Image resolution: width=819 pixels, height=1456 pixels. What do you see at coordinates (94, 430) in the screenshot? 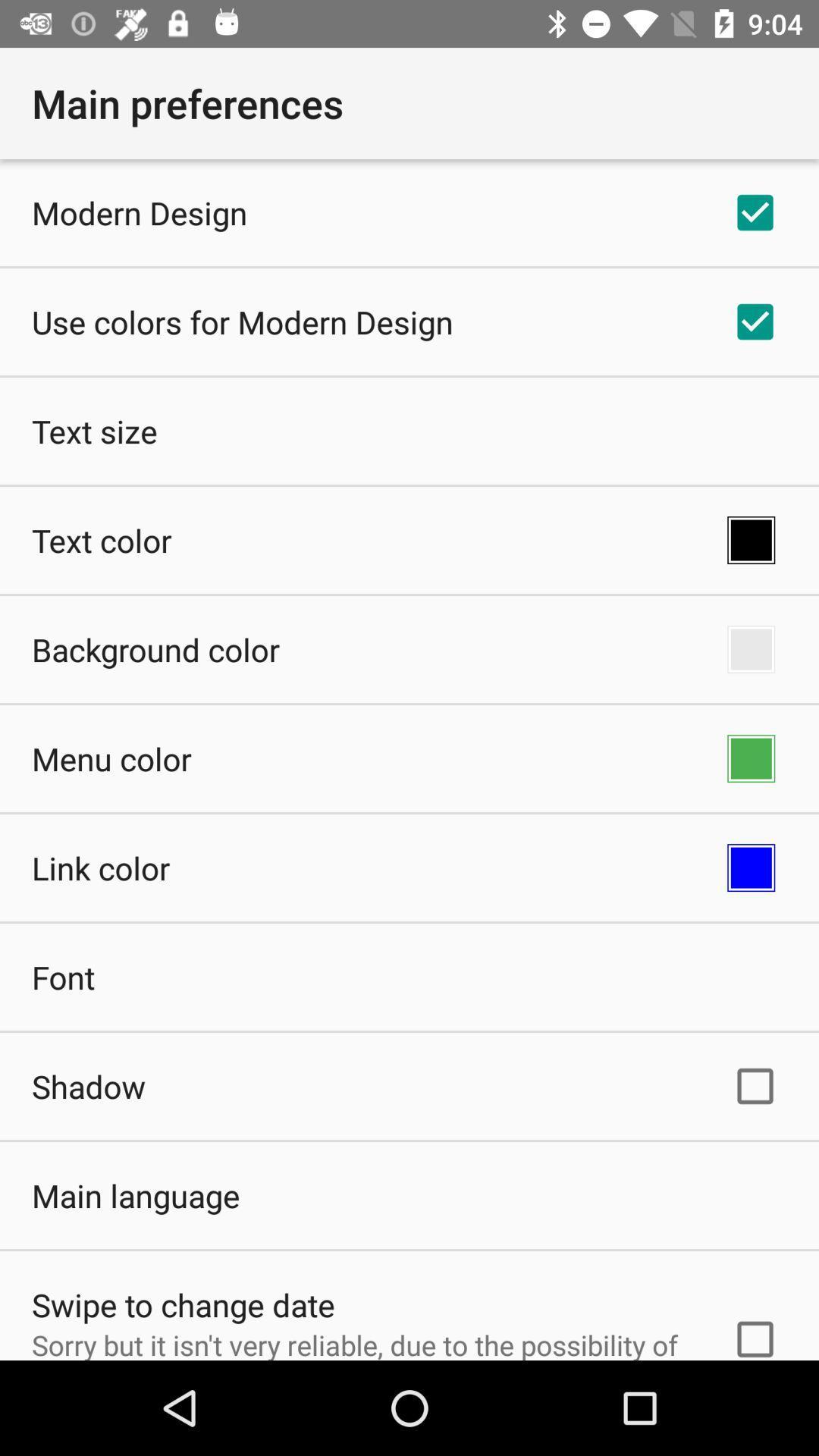
I see `item above text color` at bounding box center [94, 430].